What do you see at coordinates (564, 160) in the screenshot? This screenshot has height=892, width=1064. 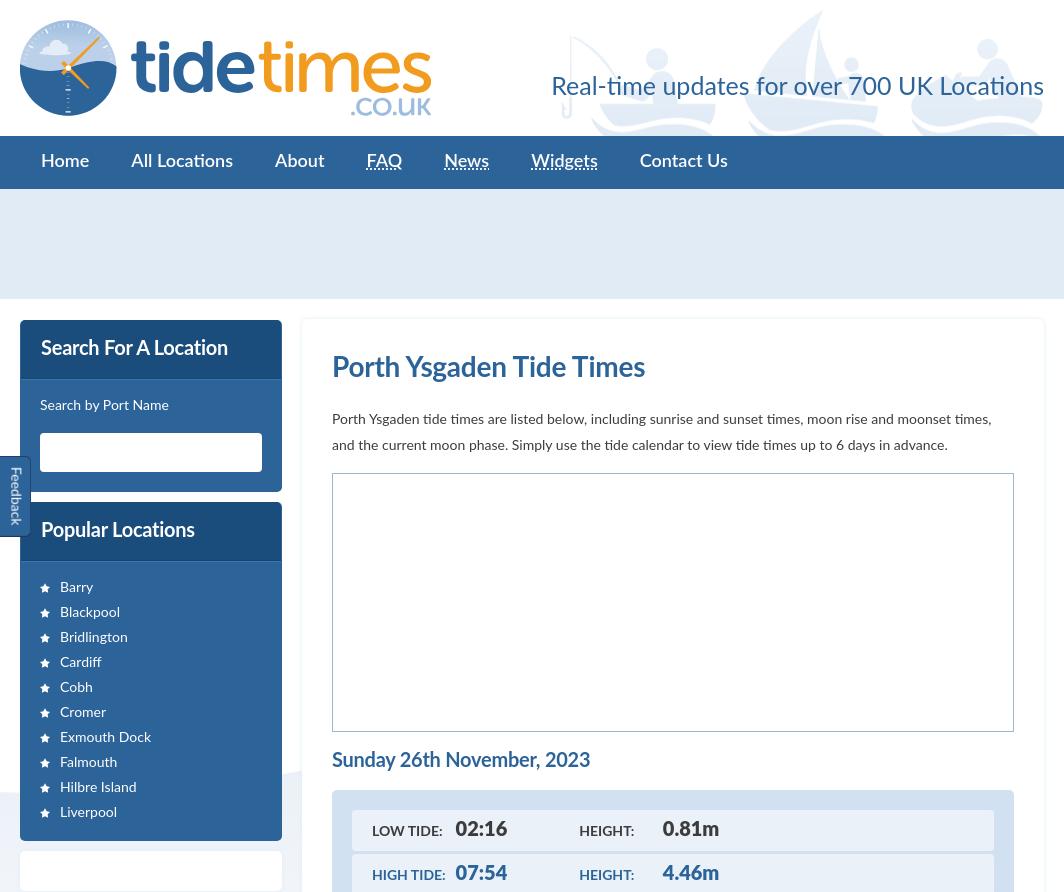 I see `'Widgets'` at bounding box center [564, 160].